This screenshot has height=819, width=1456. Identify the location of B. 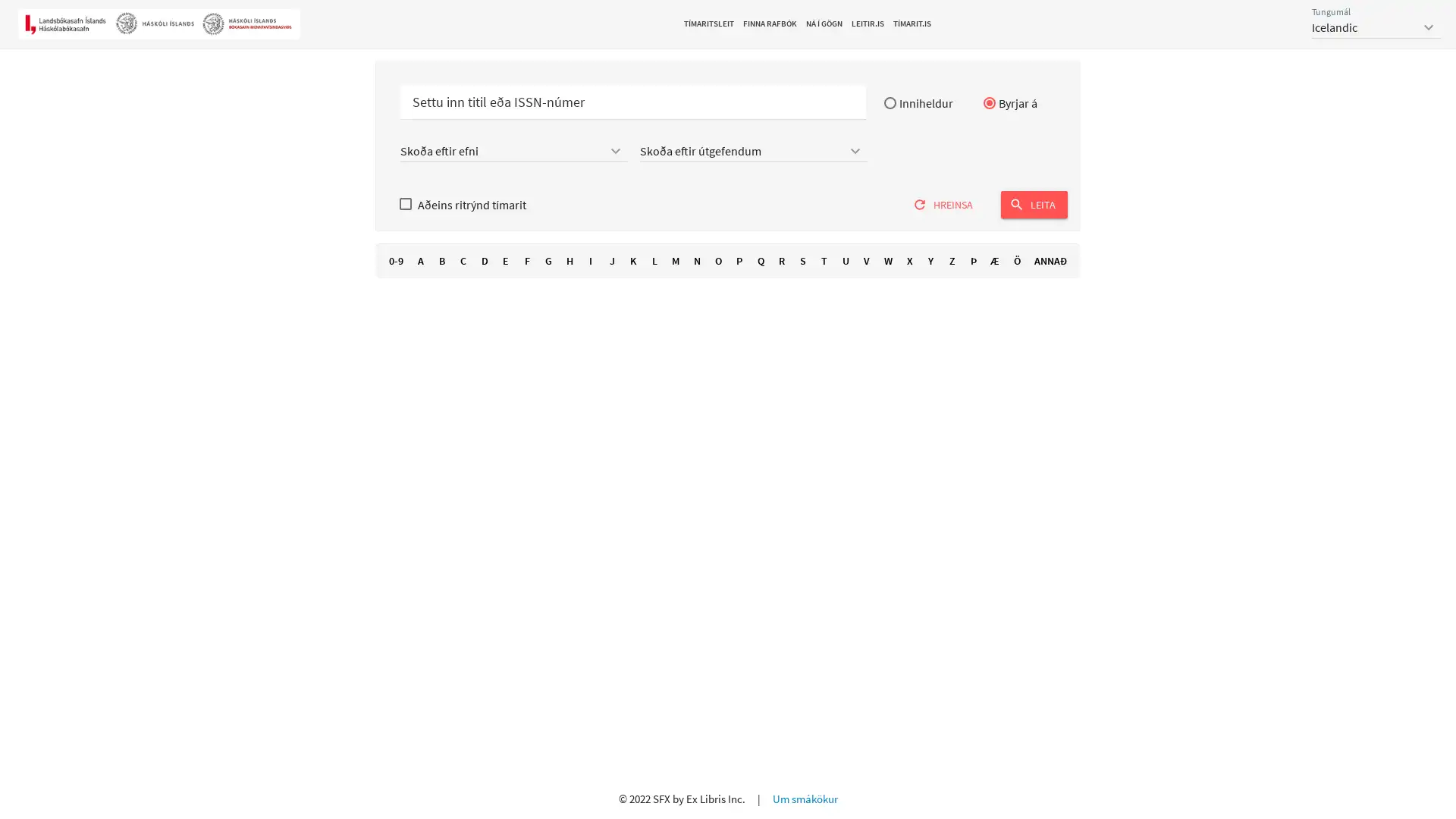
(441, 259).